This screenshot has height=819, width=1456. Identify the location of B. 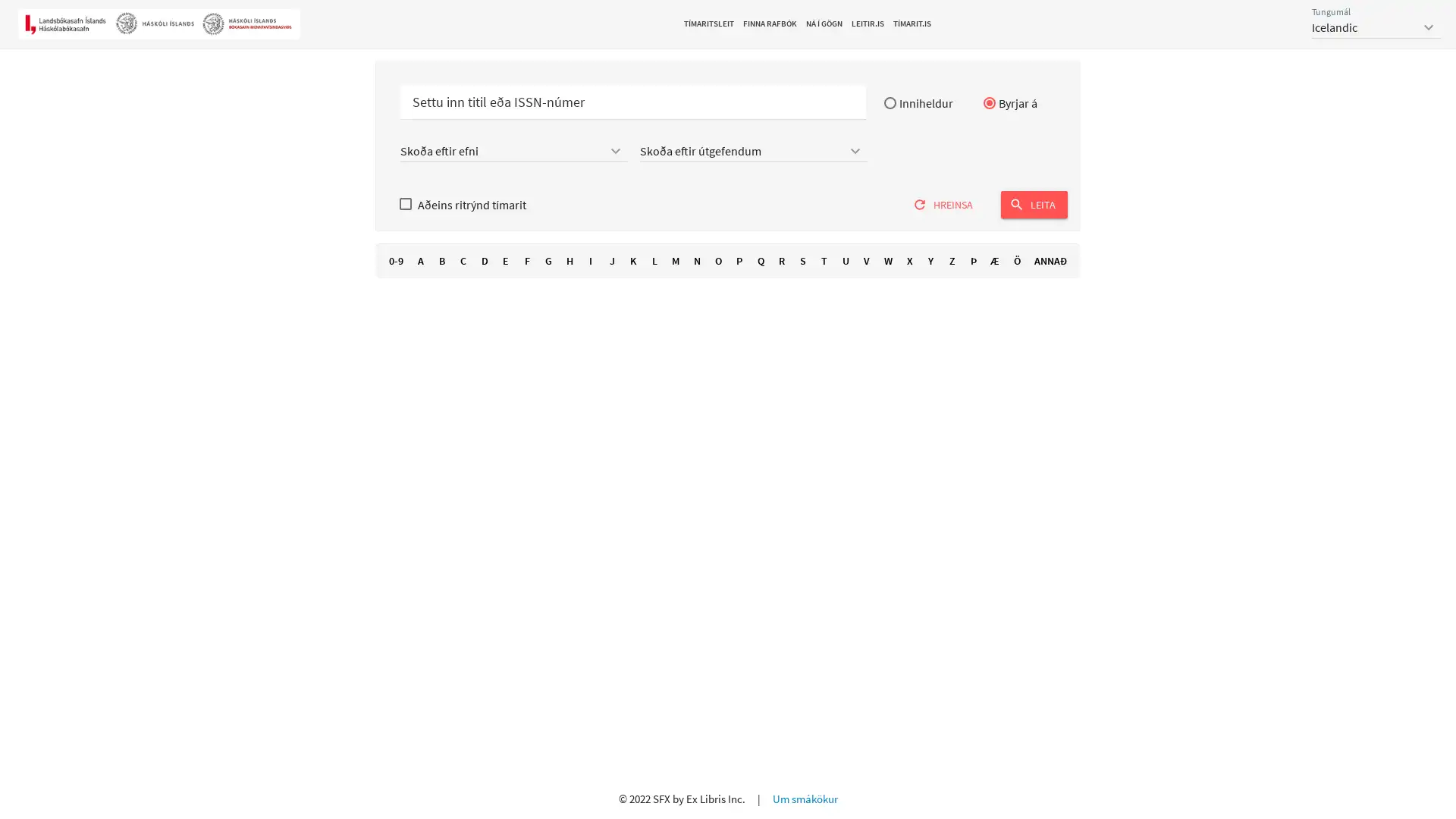
(441, 259).